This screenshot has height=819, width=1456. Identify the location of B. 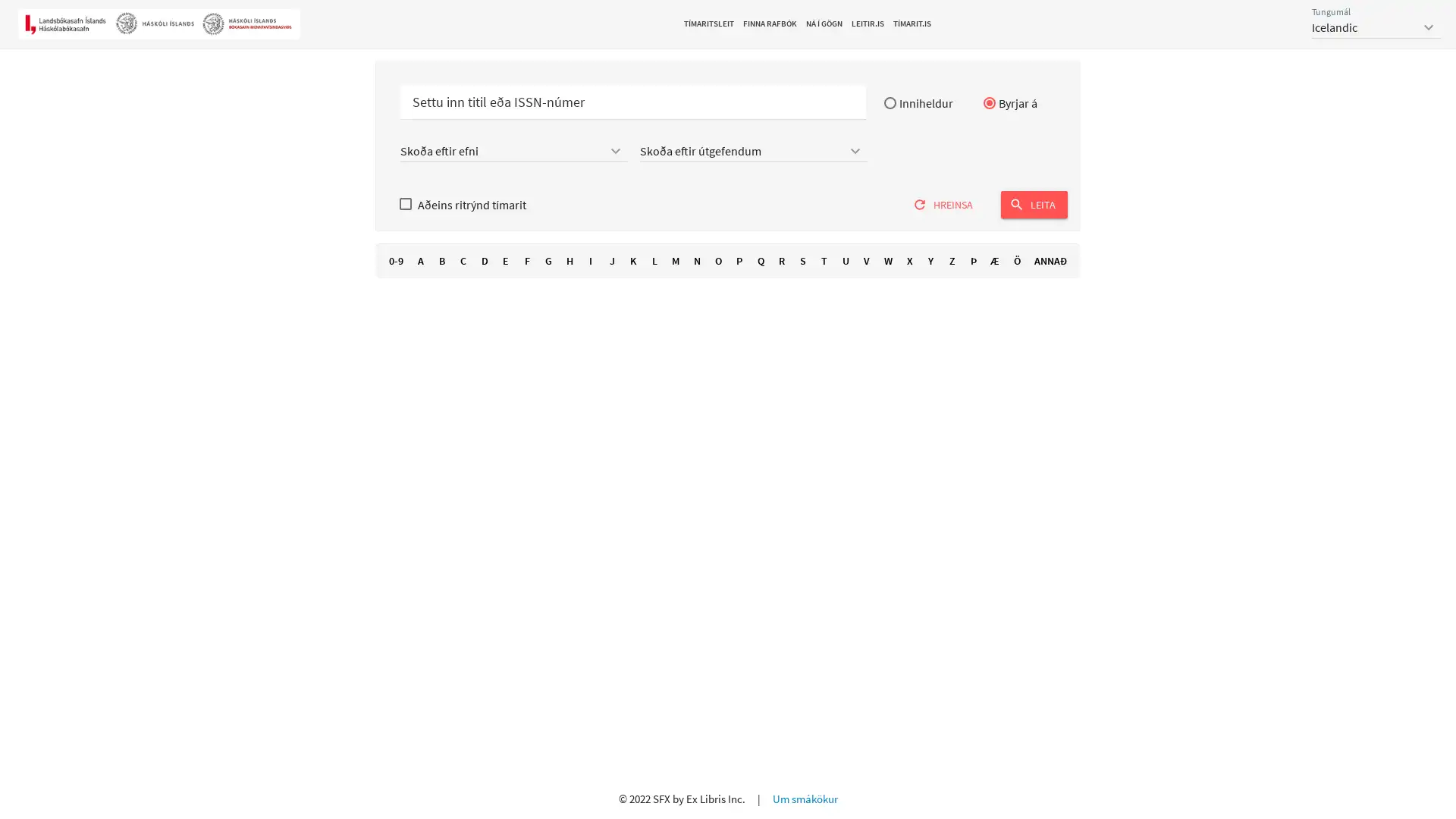
(441, 259).